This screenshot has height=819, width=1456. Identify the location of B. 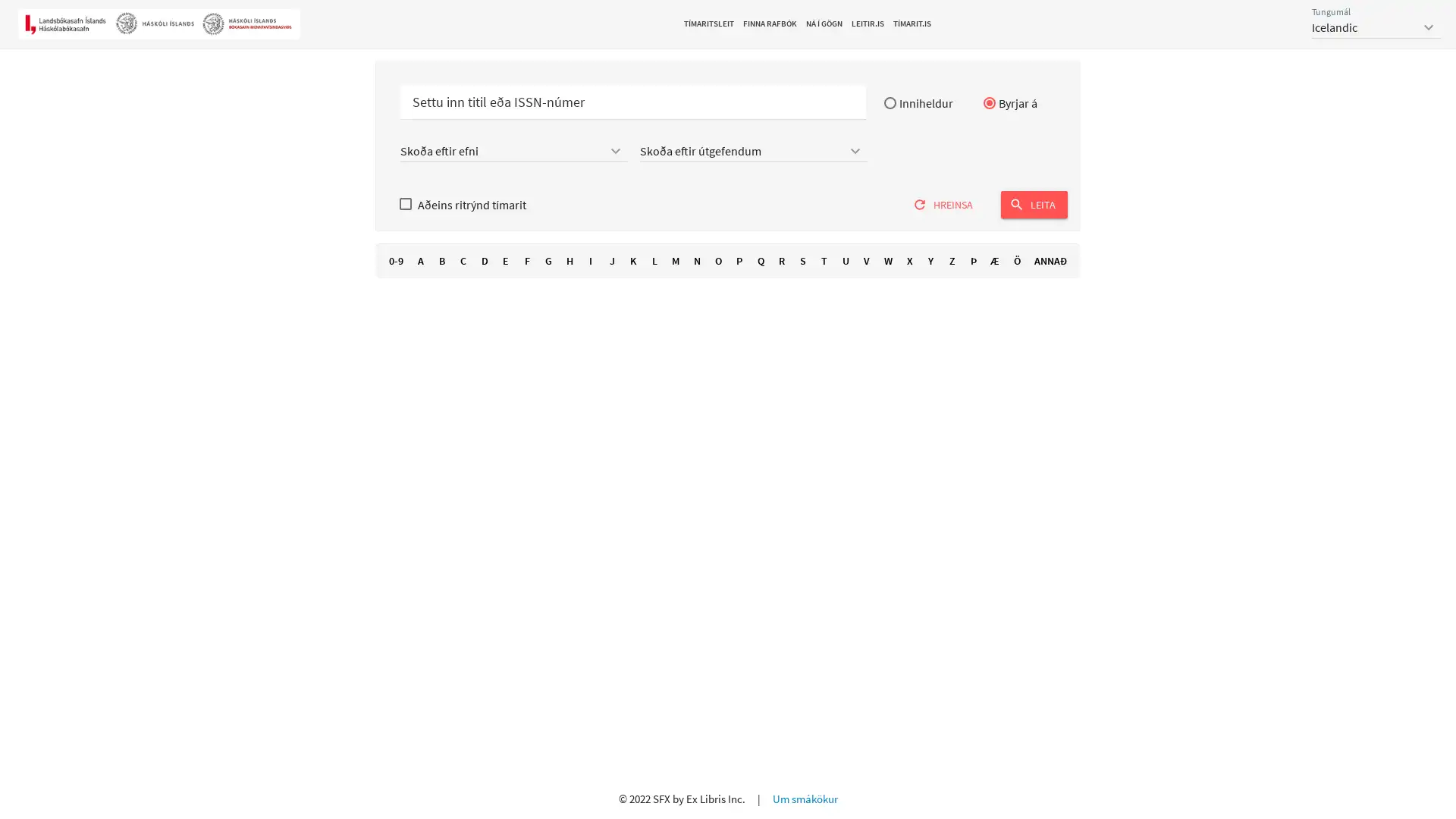
(441, 259).